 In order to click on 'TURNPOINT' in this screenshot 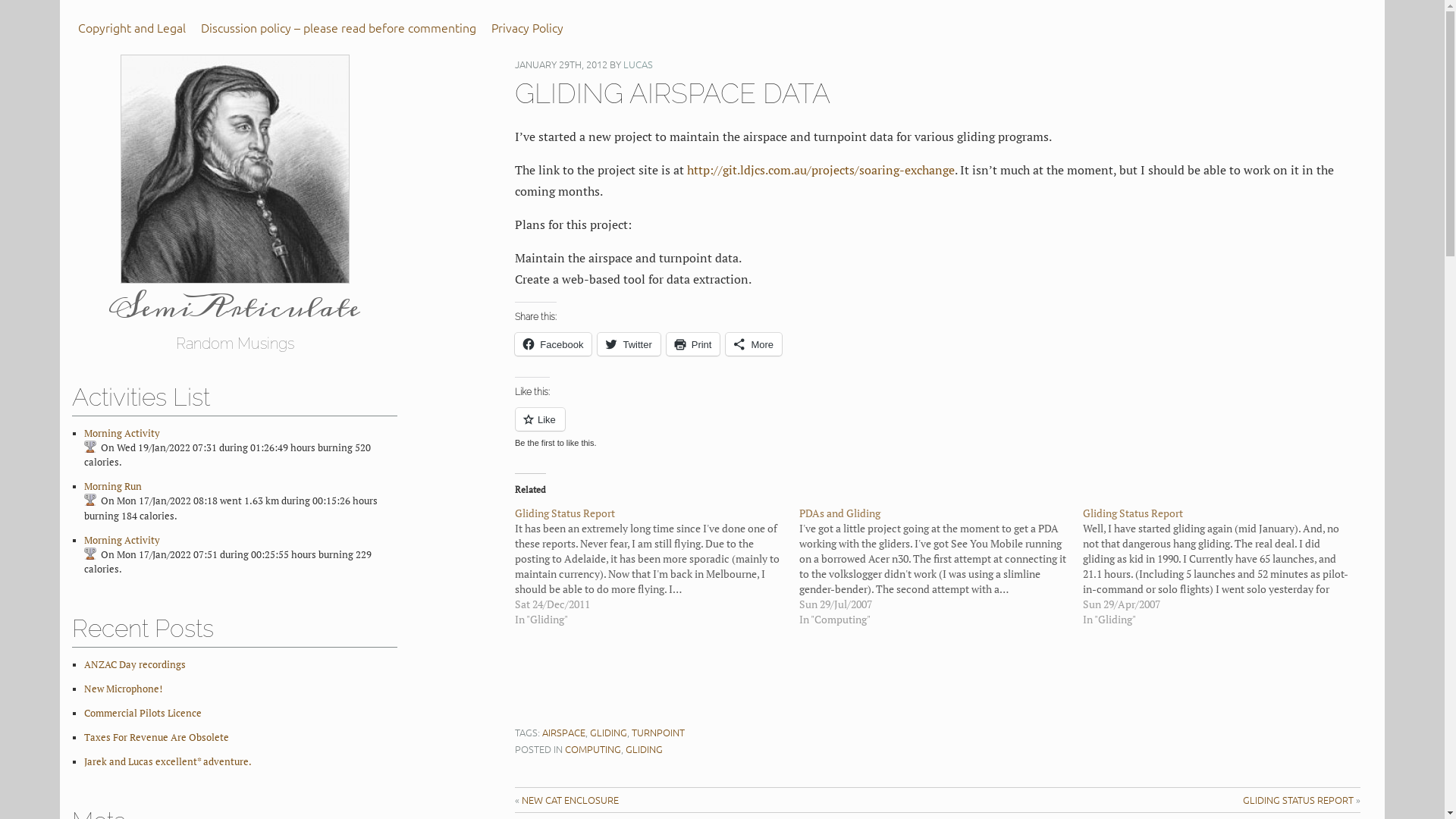, I will do `click(658, 731)`.